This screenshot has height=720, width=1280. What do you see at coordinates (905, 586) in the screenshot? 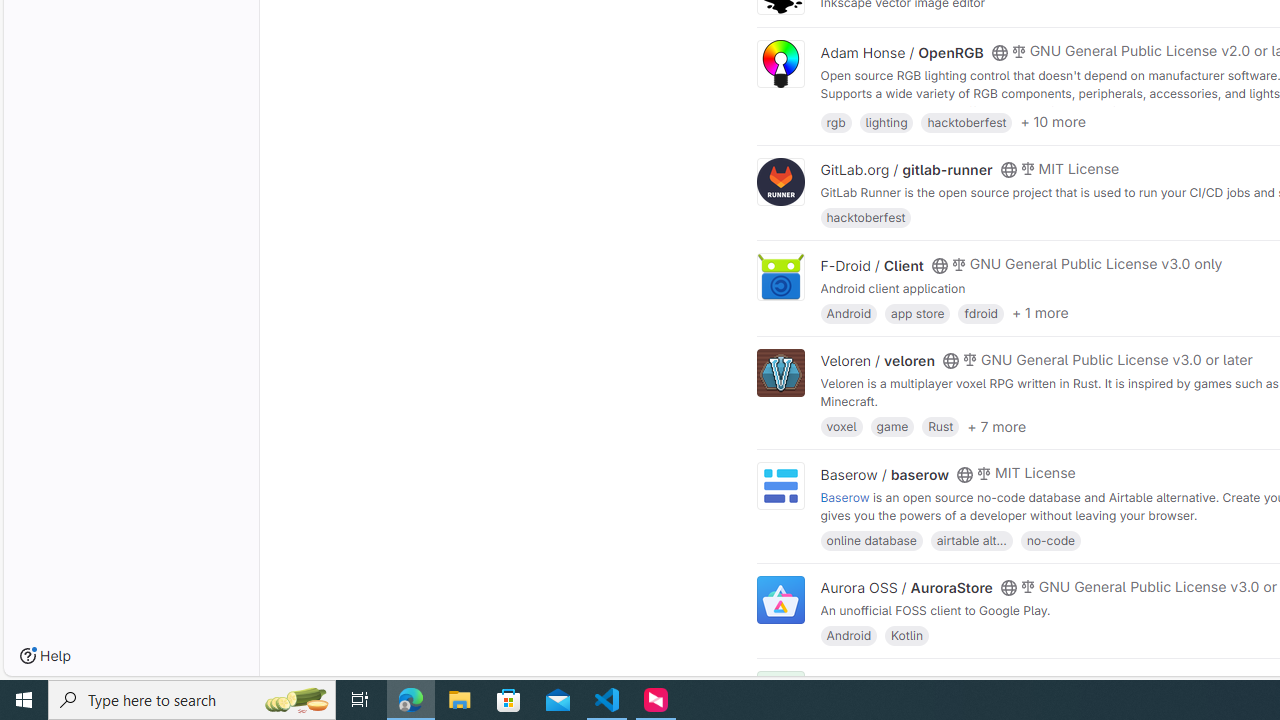
I see `'Aurora OSS / AuroraStore'` at bounding box center [905, 586].